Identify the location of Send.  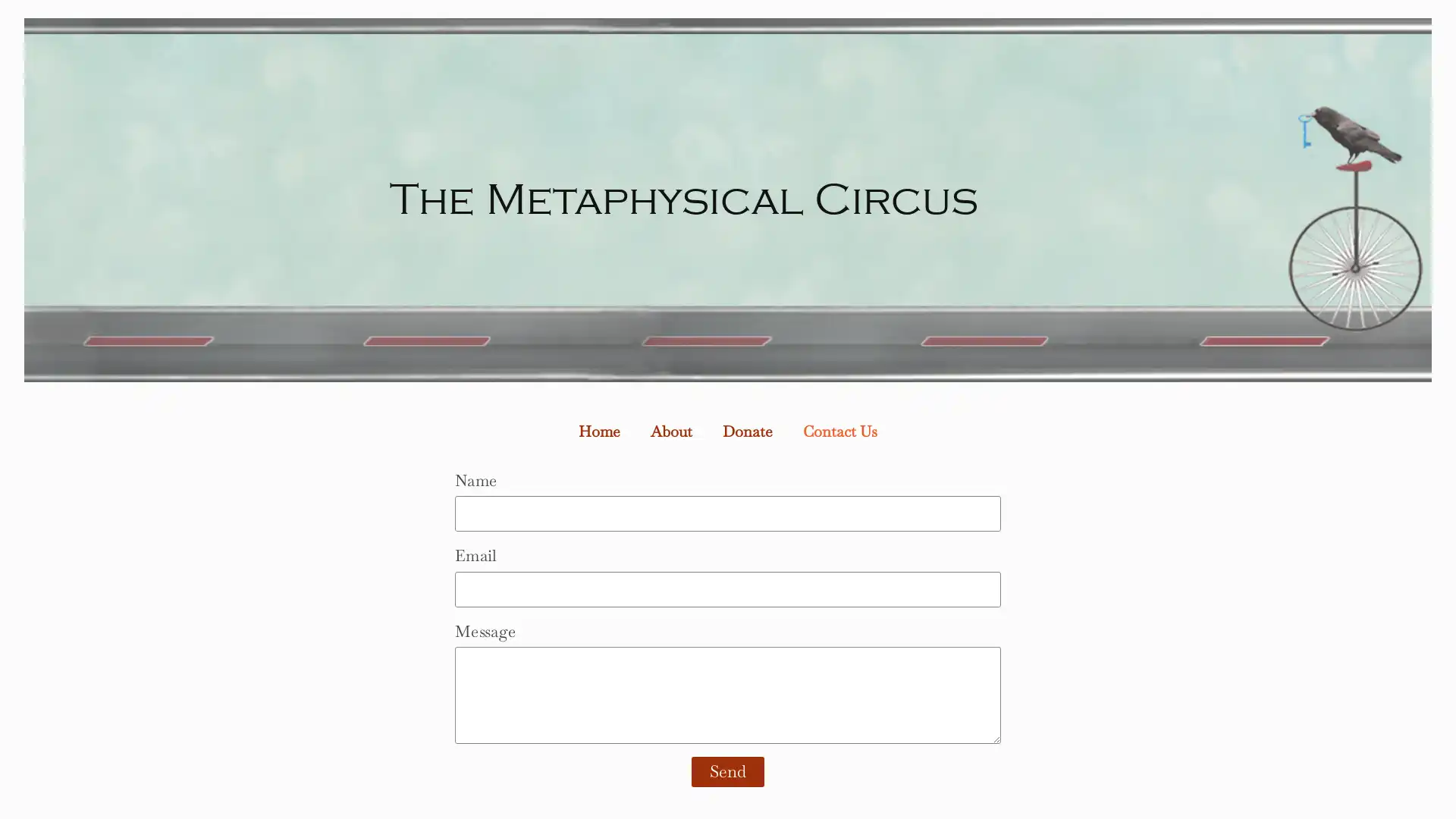
(728, 772).